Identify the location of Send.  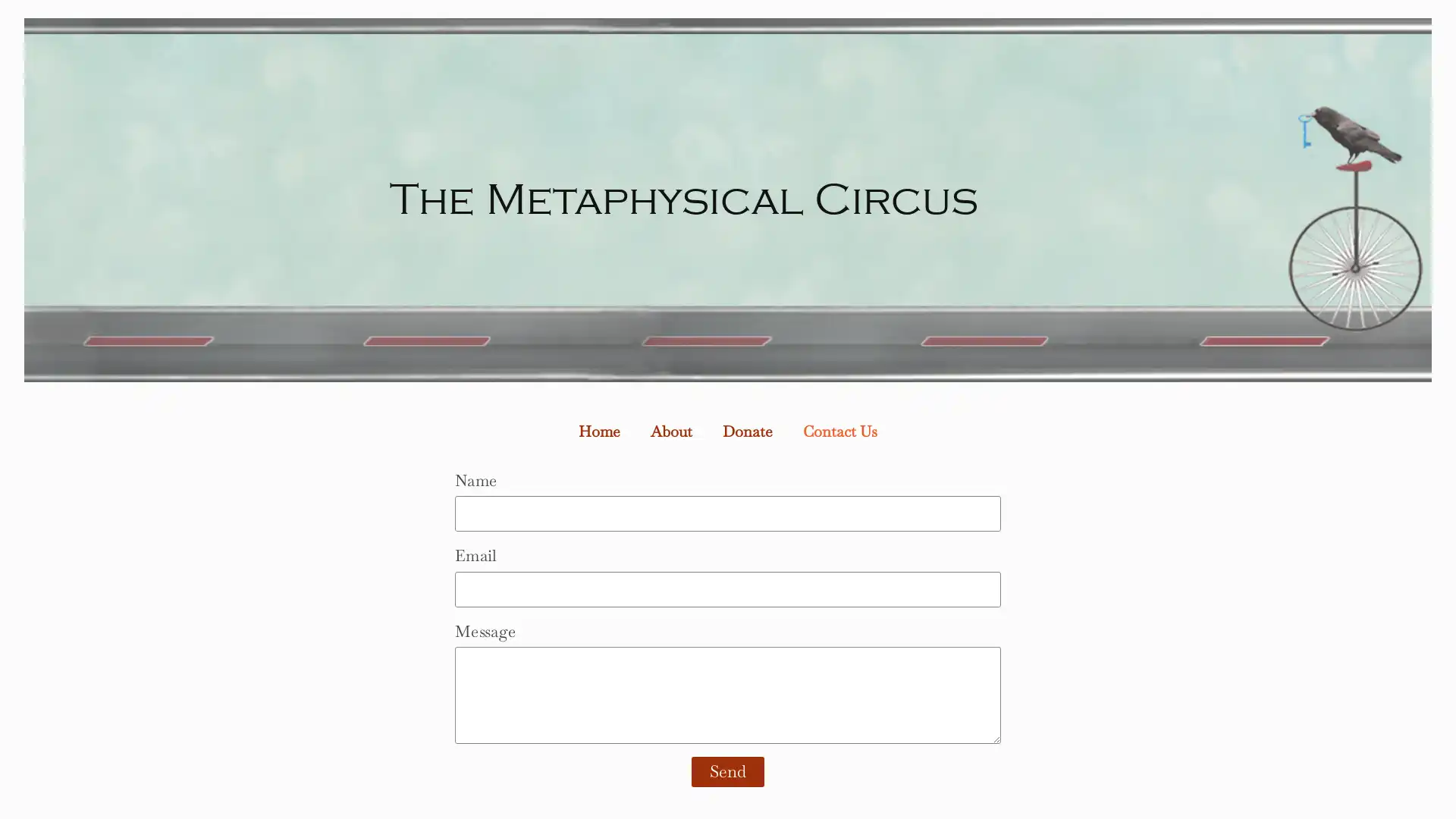
(728, 772).